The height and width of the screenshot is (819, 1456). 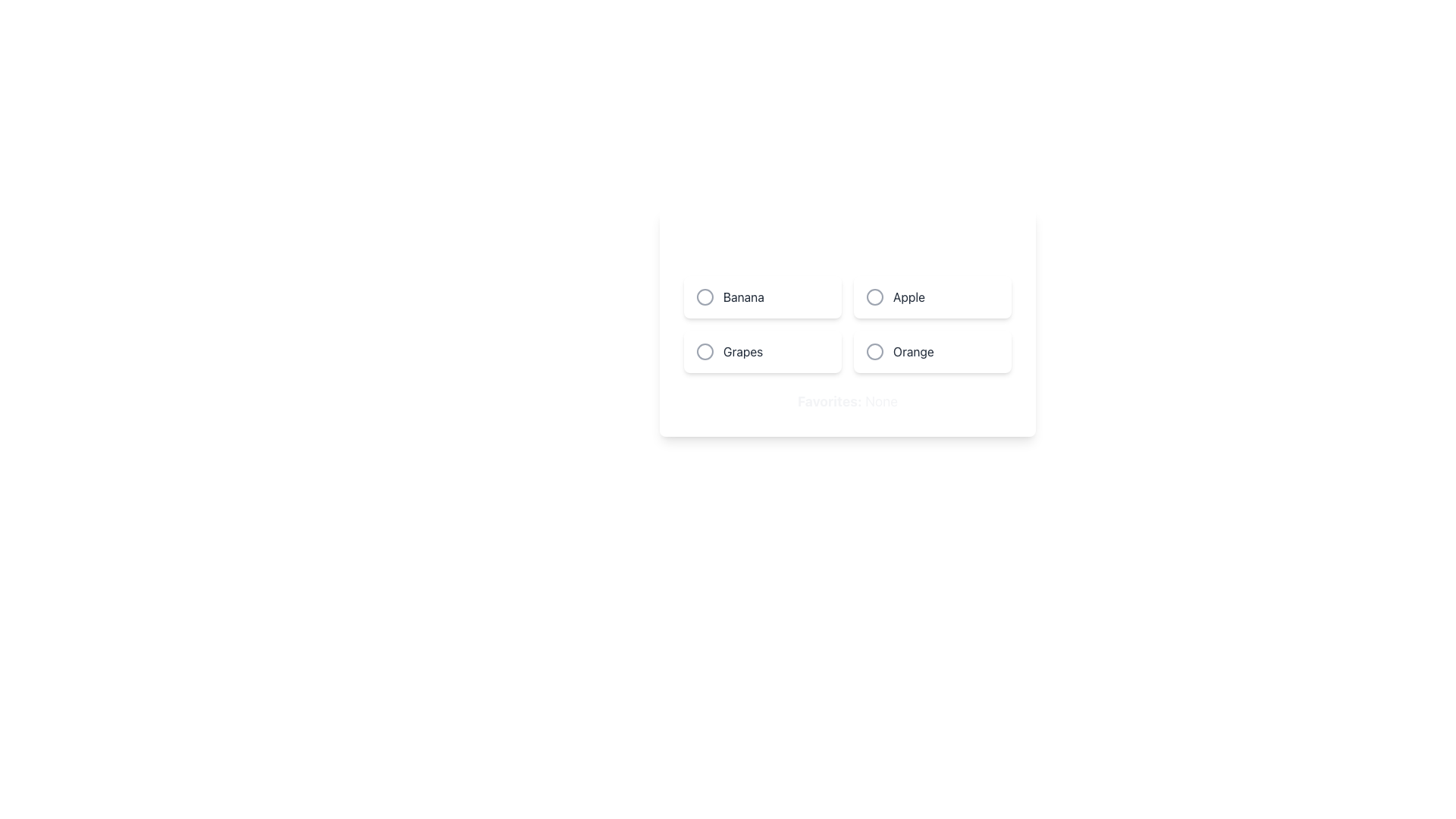 I want to click on the text label 'Apple', so click(x=909, y=297).